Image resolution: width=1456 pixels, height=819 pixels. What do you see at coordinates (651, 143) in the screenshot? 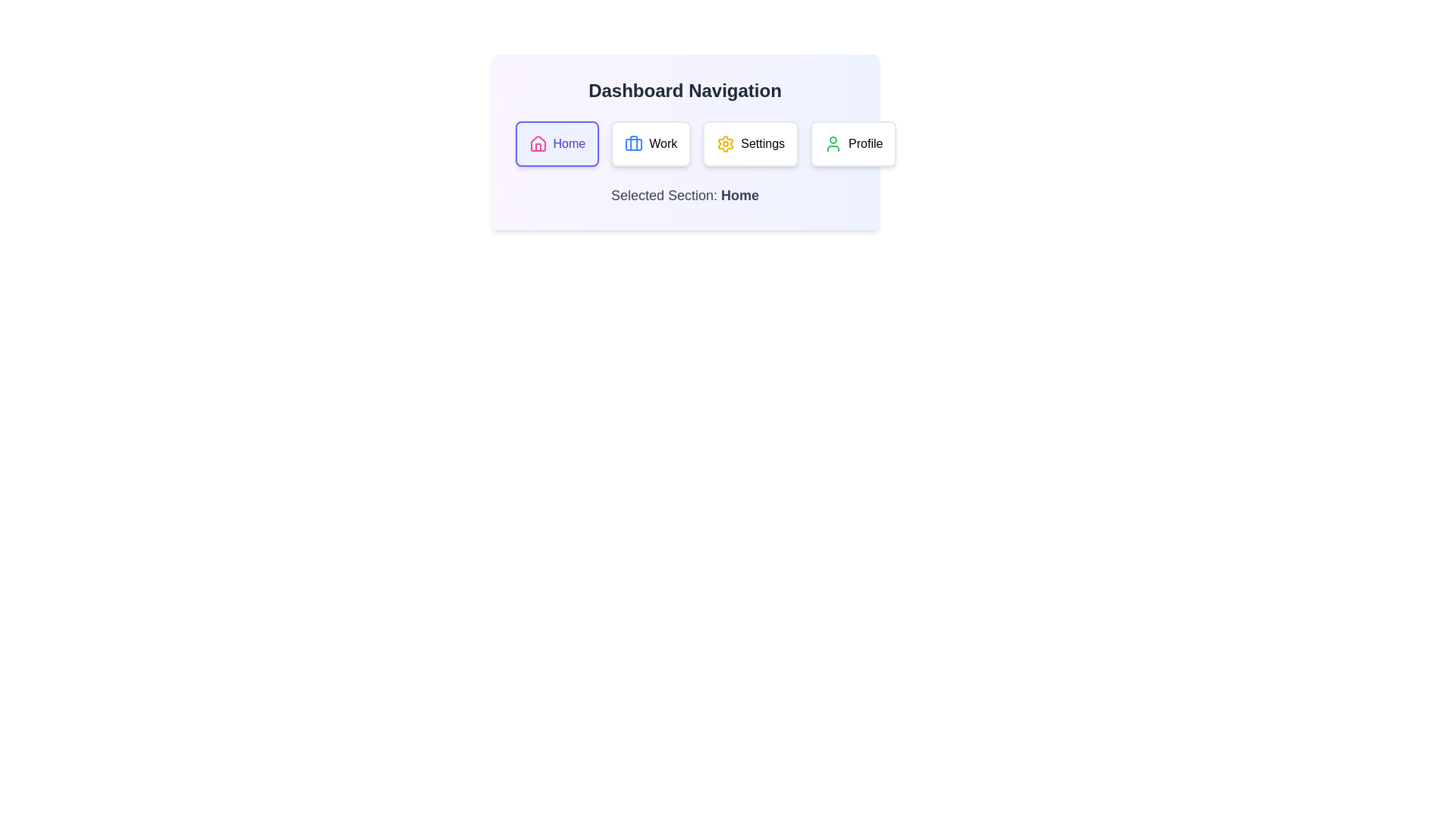
I see `the navigation button that switches the application's view to the 'Work' section, positioned between 'Home' and 'Settings'` at bounding box center [651, 143].